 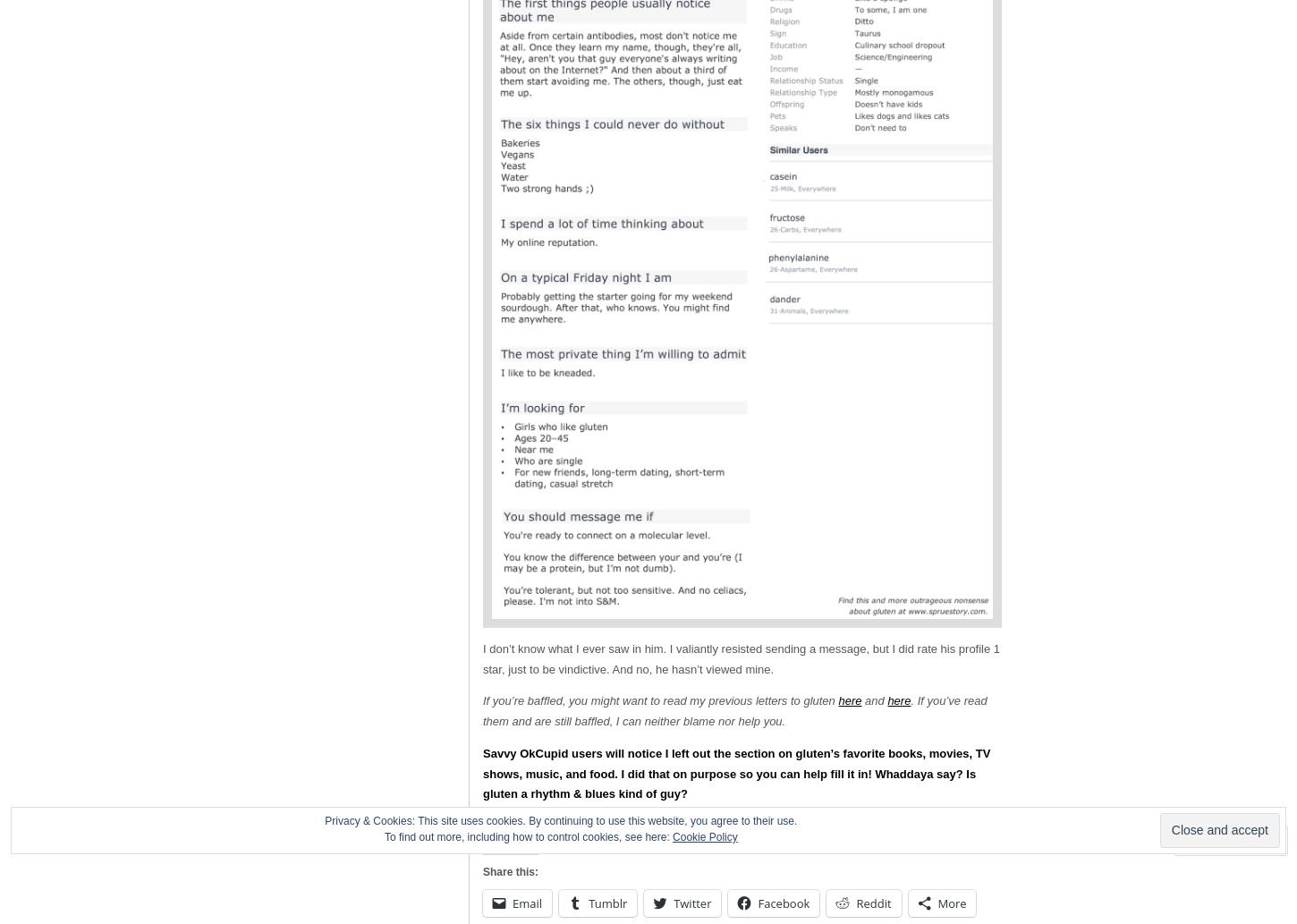 I want to click on '. If you’ve read them and are still baffled, I can neither blame nor help you.', so click(x=734, y=710).